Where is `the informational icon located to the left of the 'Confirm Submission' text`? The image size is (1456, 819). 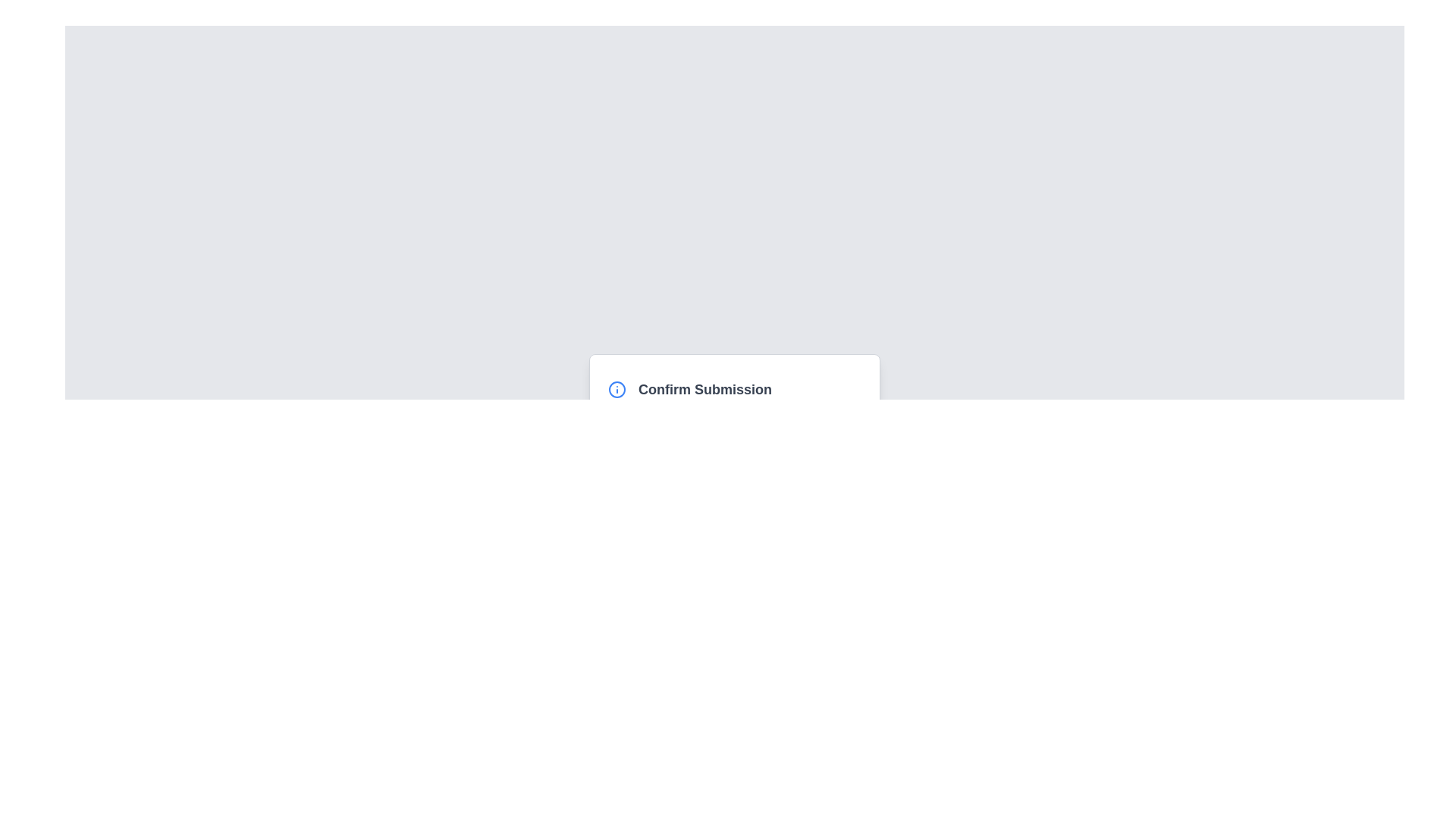
the informational icon located to the left of the 'Confirm Submission' text is located at coordinates (617, 388).